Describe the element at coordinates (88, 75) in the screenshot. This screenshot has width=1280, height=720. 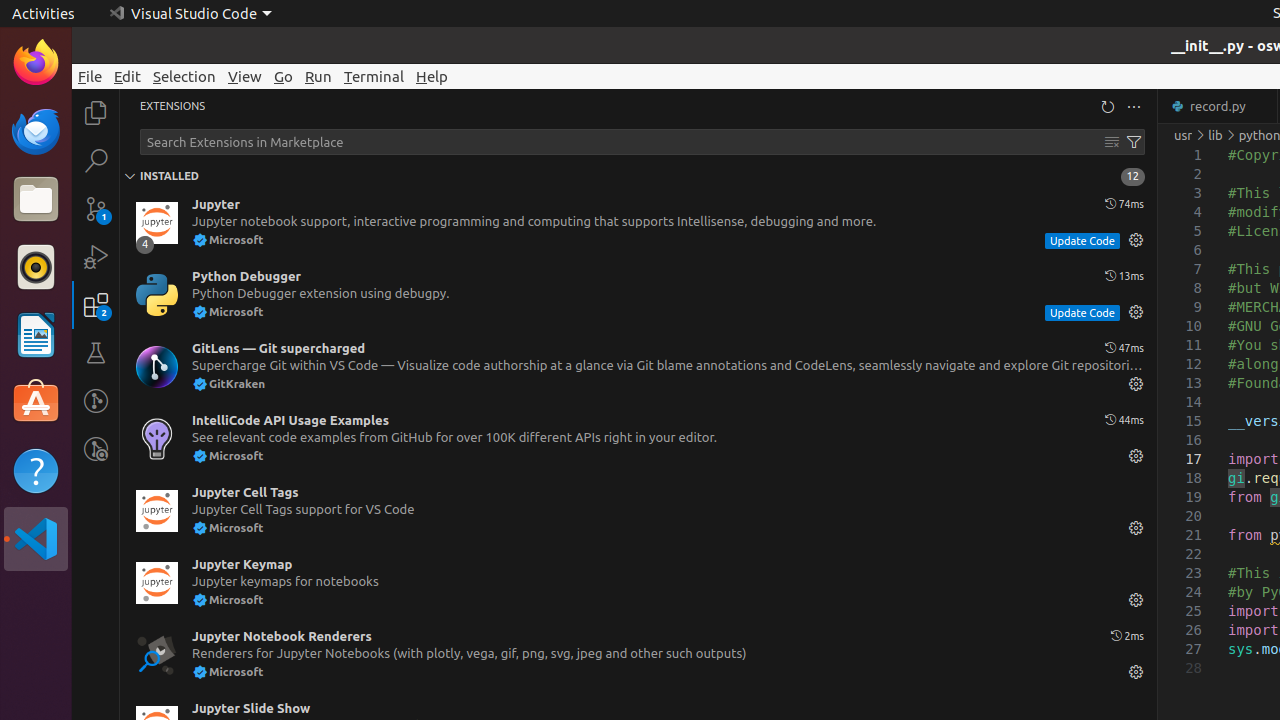
I see `'File'` at that location.